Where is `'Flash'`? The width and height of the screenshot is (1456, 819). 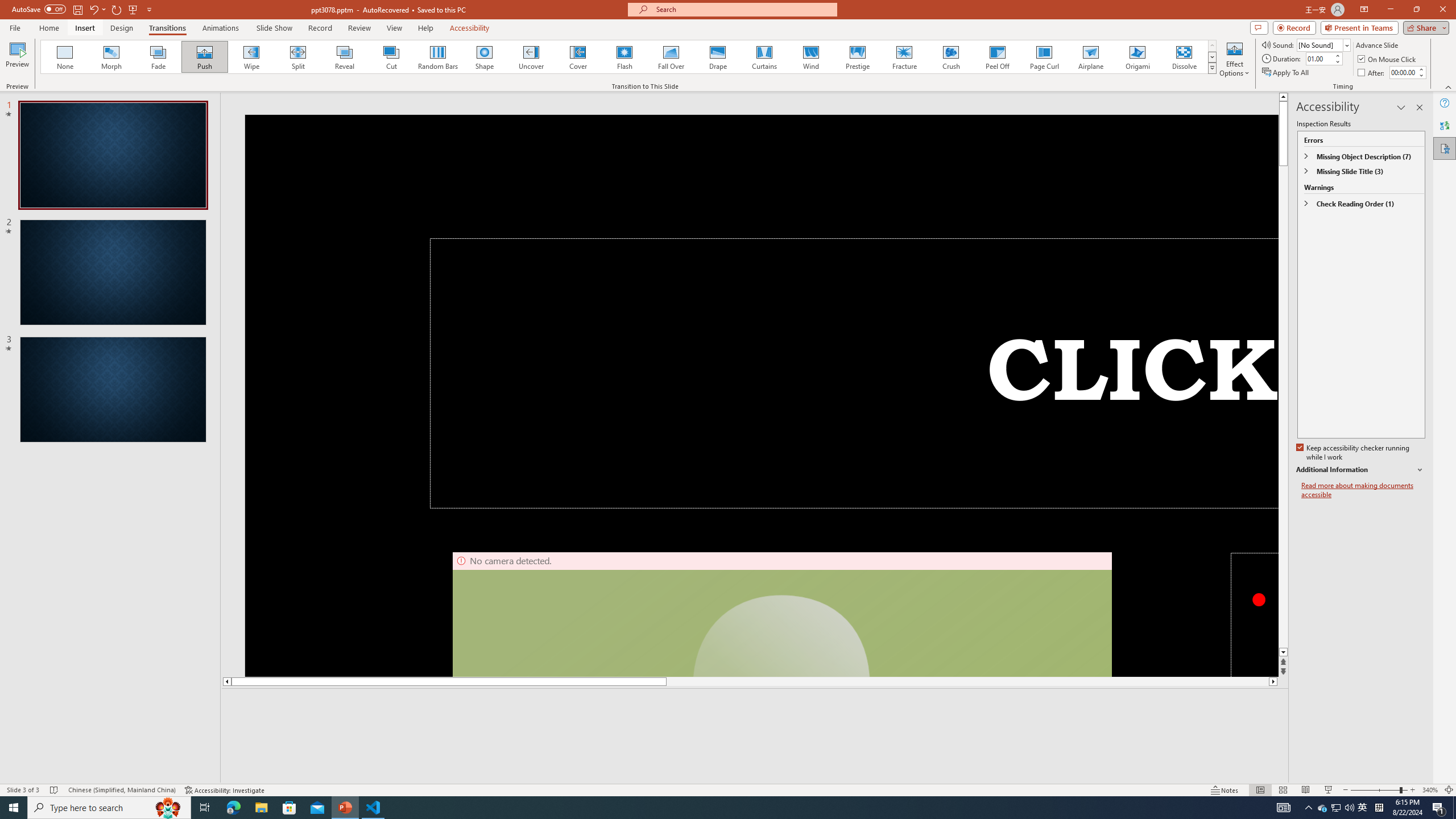 'Flash' is located at coordinates (624, 56).